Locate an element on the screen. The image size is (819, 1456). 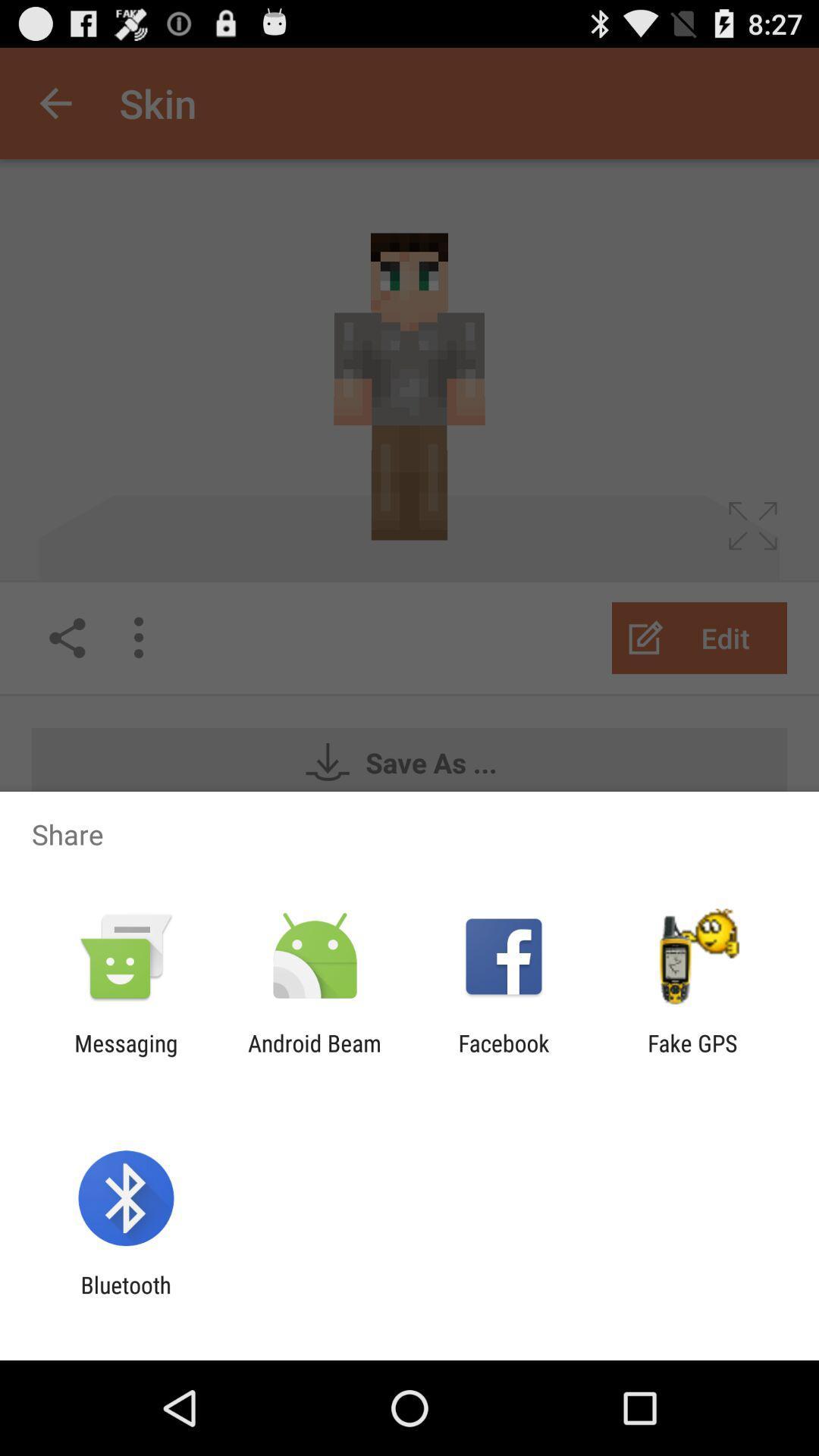
the app to the right of the facebook app is located at coordinates (692, 1056).